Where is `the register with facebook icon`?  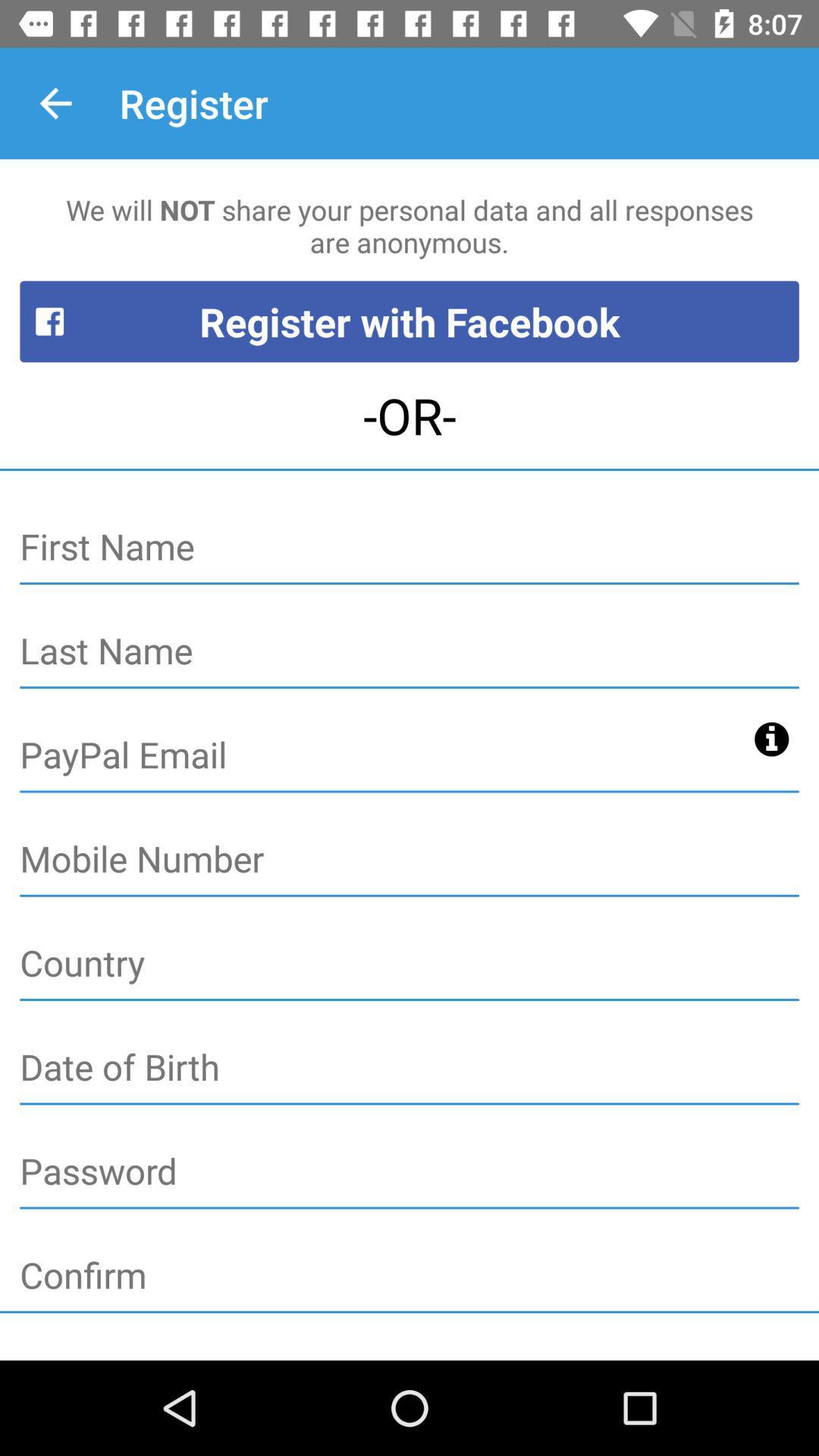 the register with facebook icon is located at coordinates (409, 321).